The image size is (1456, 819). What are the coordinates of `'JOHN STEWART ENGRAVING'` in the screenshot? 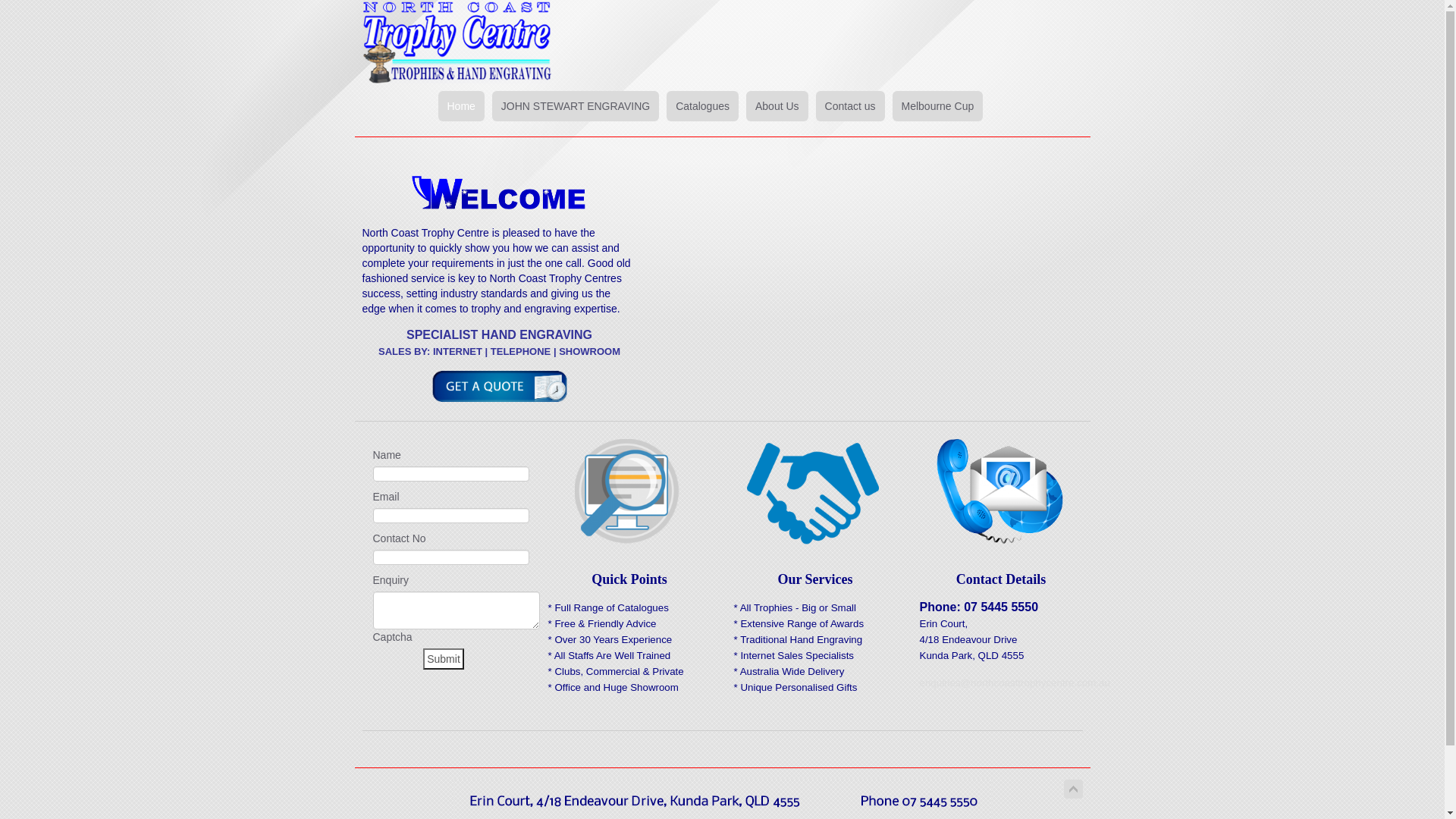 It's located at (574, 105).